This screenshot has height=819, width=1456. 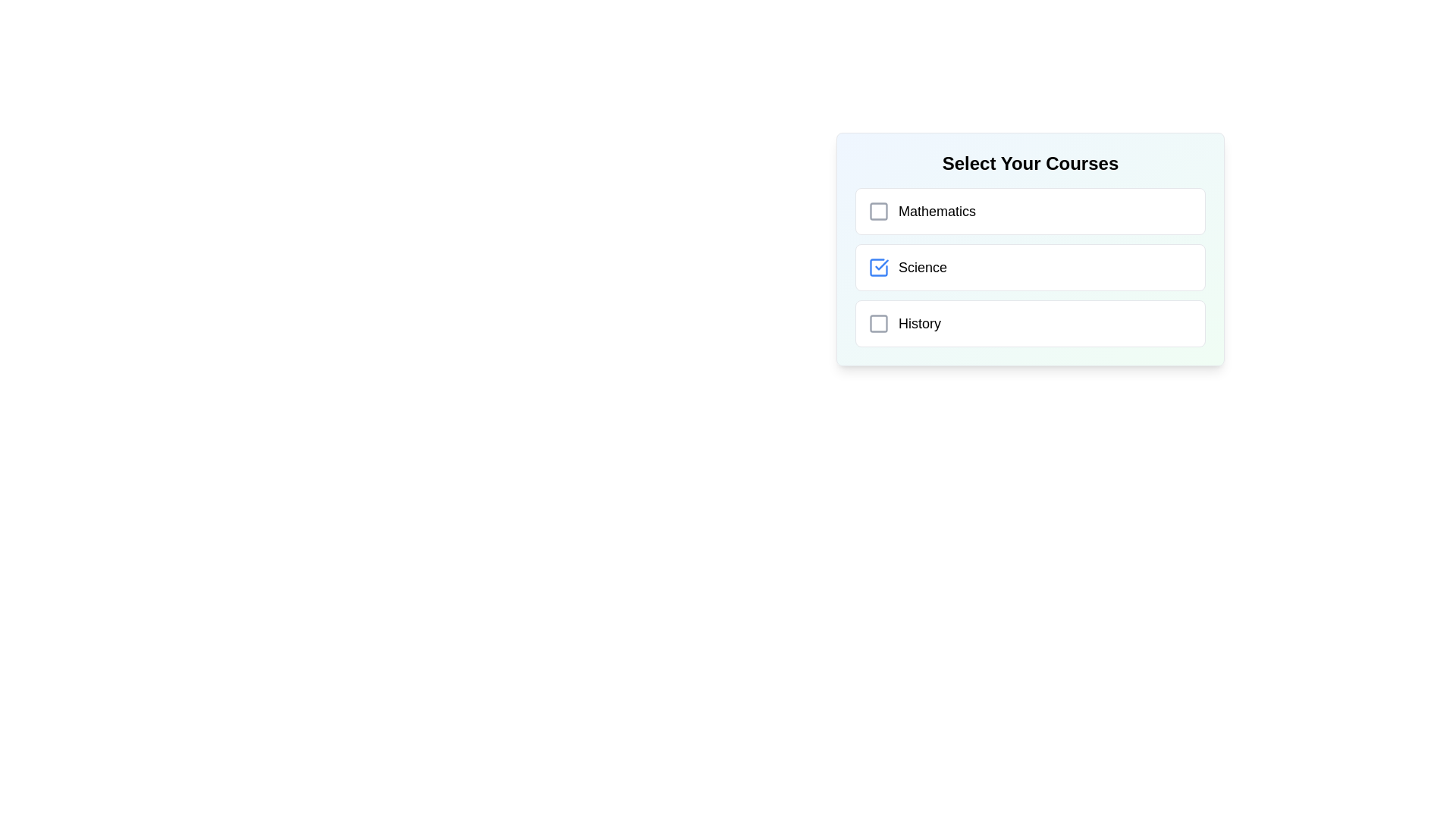 I want to click on the unselected checkbox next to the text 'Mathematics' in the 'Select Your Courses' list, so click(x=878, y=211).